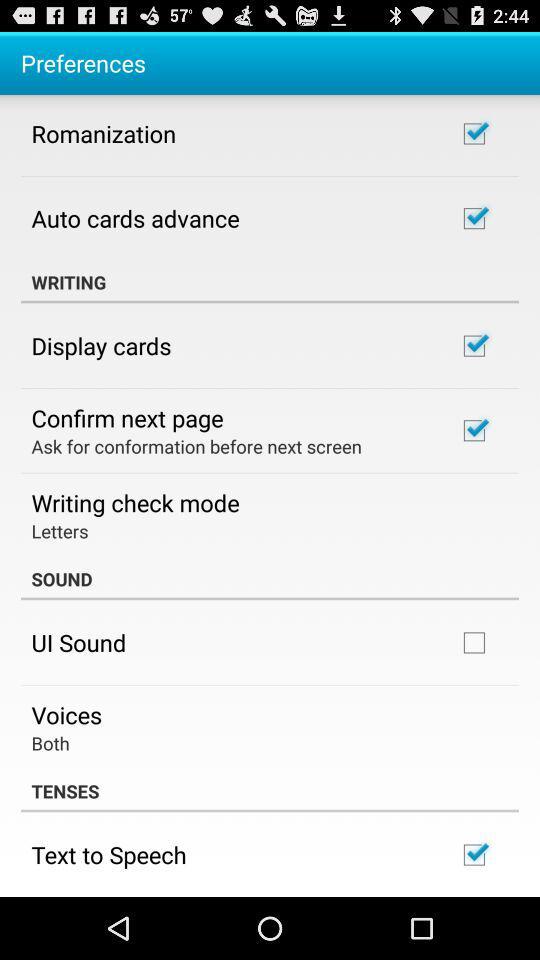 This screenshot has width=540, height=960. Describe the element at coordinates (59, 529) in the screenshot. I see `app below the writing check mode icon` at that location.